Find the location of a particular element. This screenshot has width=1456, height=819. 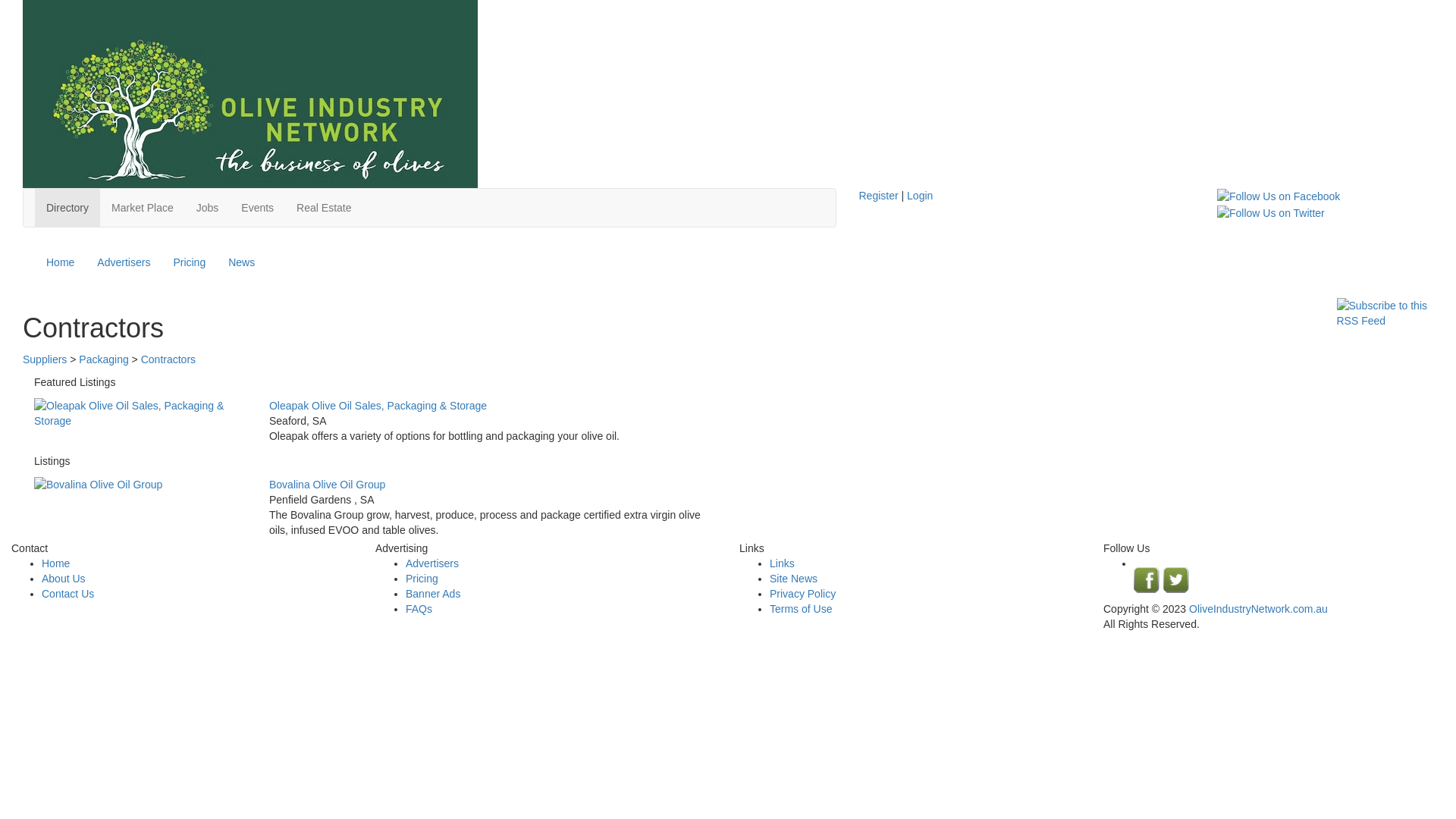

'Home' is located at coordinates (60, 262).